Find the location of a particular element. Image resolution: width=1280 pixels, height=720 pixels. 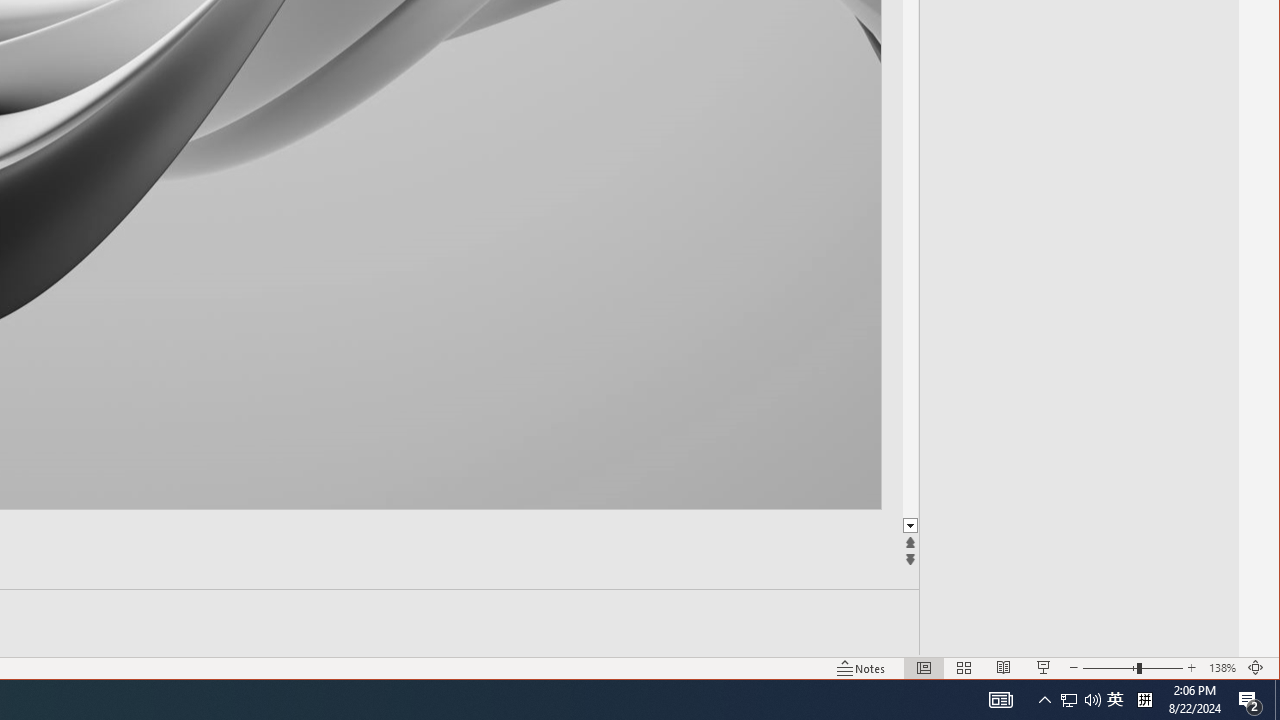

'Zoom Out' is located at coordinates (1108, 668).